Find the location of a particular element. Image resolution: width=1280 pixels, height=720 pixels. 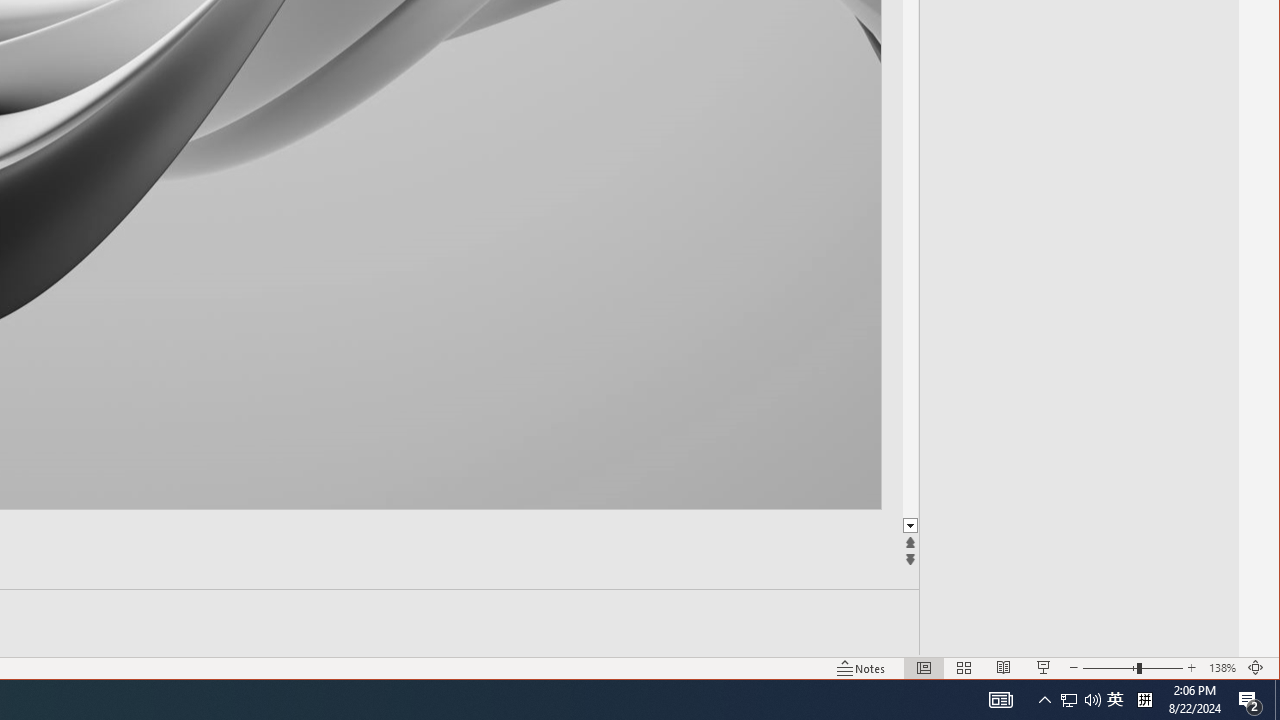

'Zoom Out' is located at coordinates (1108, 668).